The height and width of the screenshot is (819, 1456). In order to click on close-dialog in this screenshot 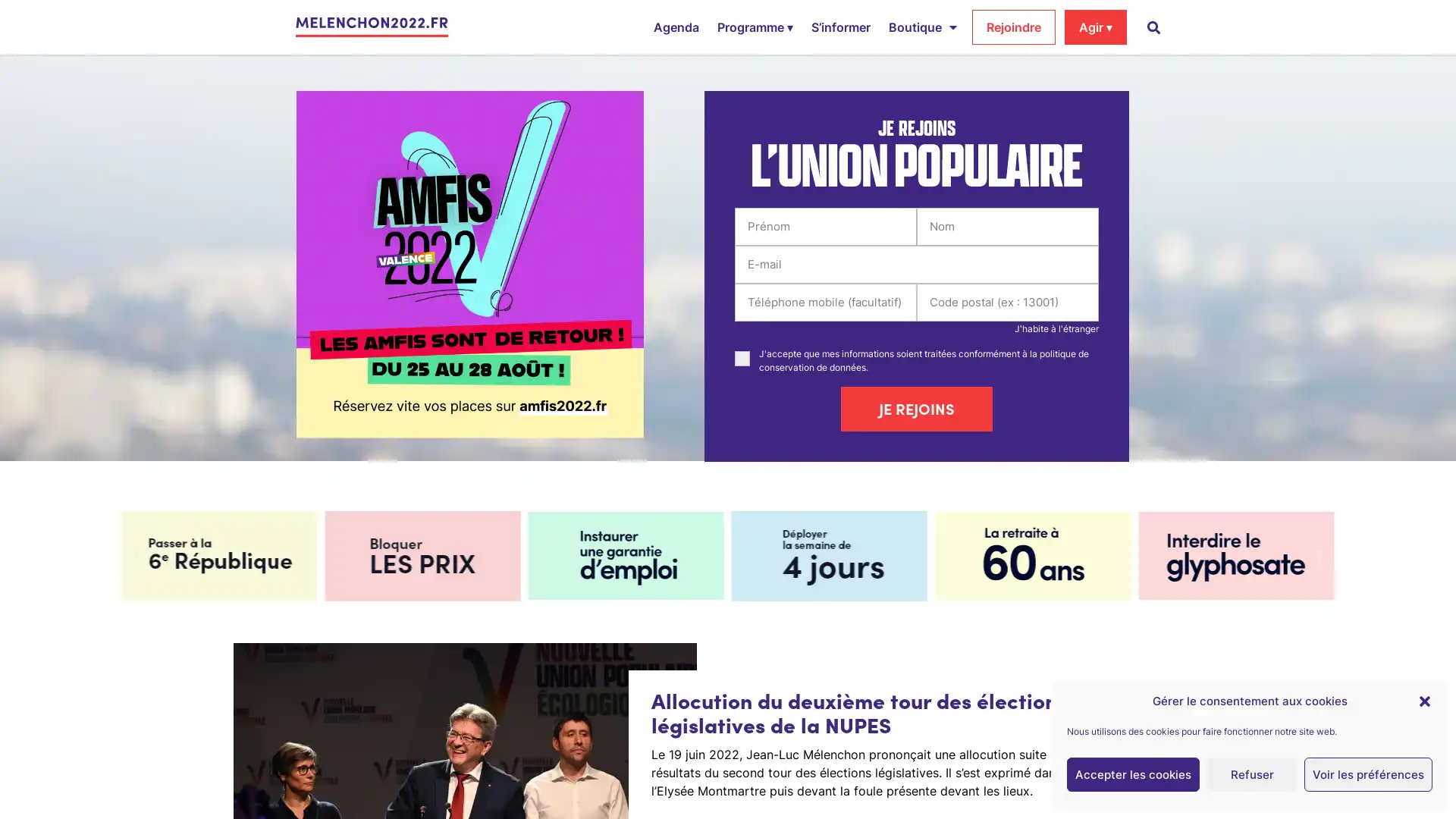, I will do `click(1423, 701)`.